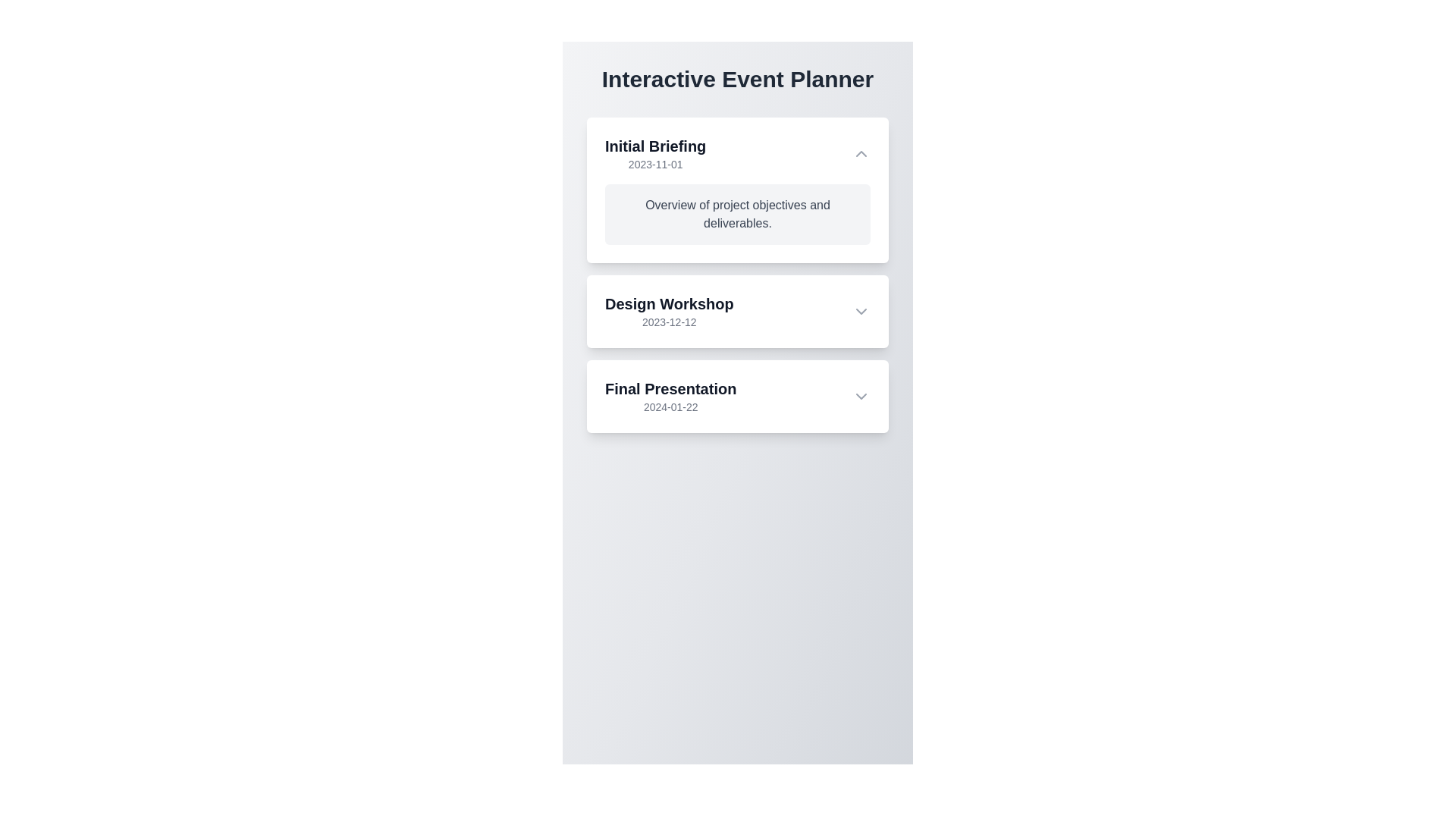 This screenshot has width=1456, height=819. Describe the element at coordinates (670, 396) in the screenshot. I see `and understand the information displayed in the text label titled 'Final Presentation' with the date '2024-01-22', located within the third card of the 'Interactive Event Planner' section` at that location.